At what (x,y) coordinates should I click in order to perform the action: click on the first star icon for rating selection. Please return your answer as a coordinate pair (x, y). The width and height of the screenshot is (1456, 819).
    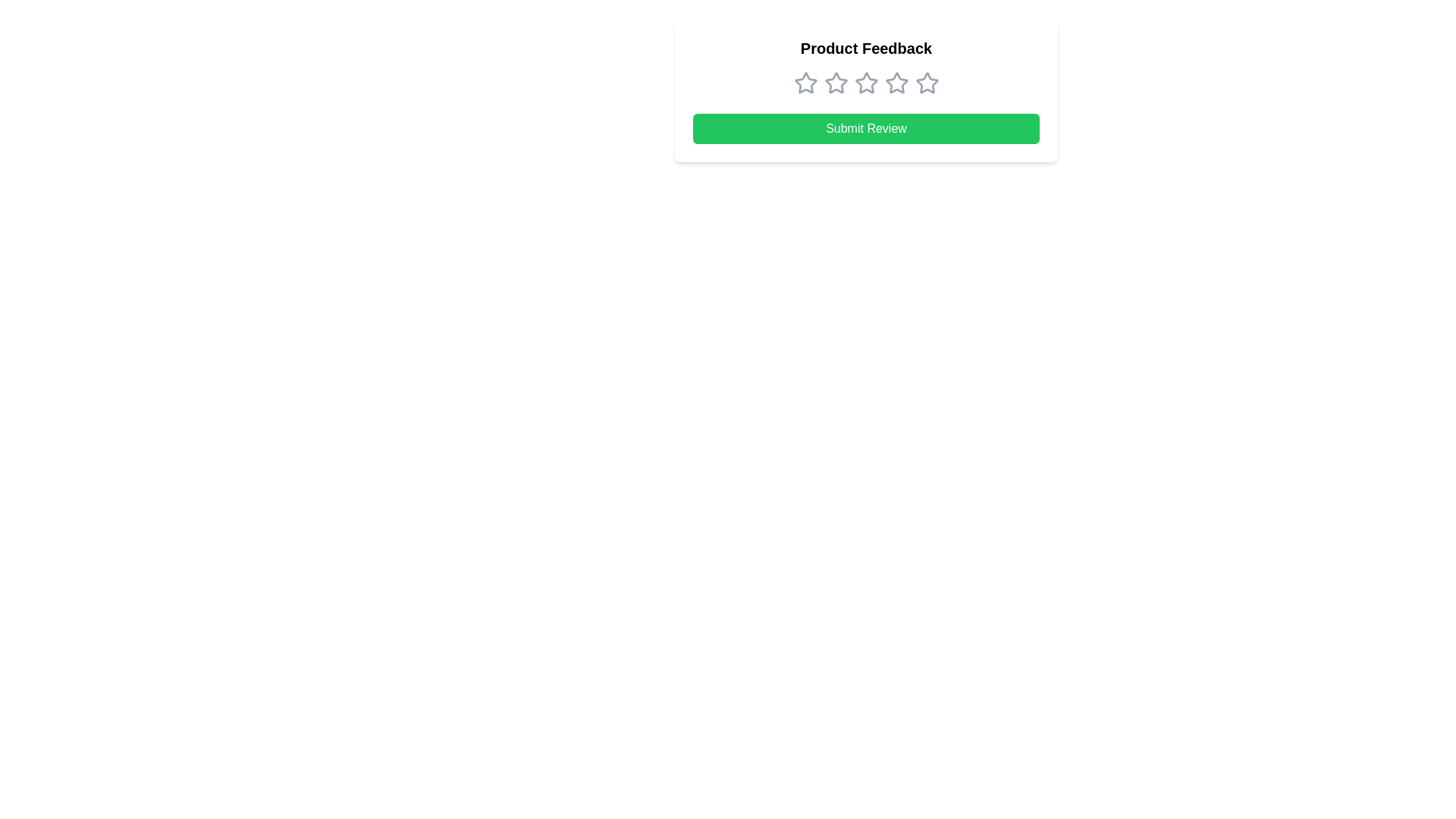
    Looking at the image, I should click on (805, 83).